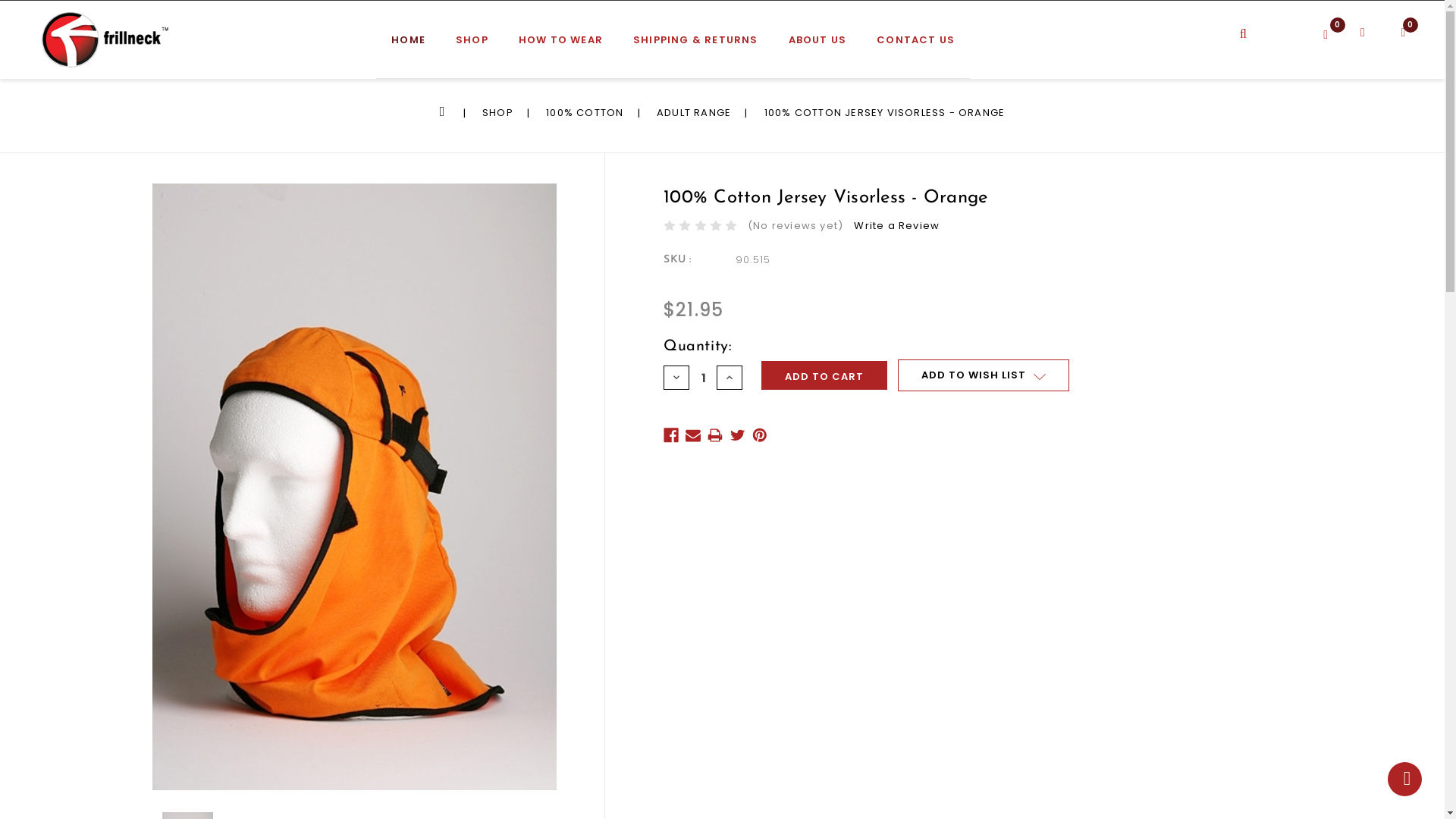  Describe the element at coordinates (584, 111) in the screenshot. I see `'100% COTTON'` at that location.